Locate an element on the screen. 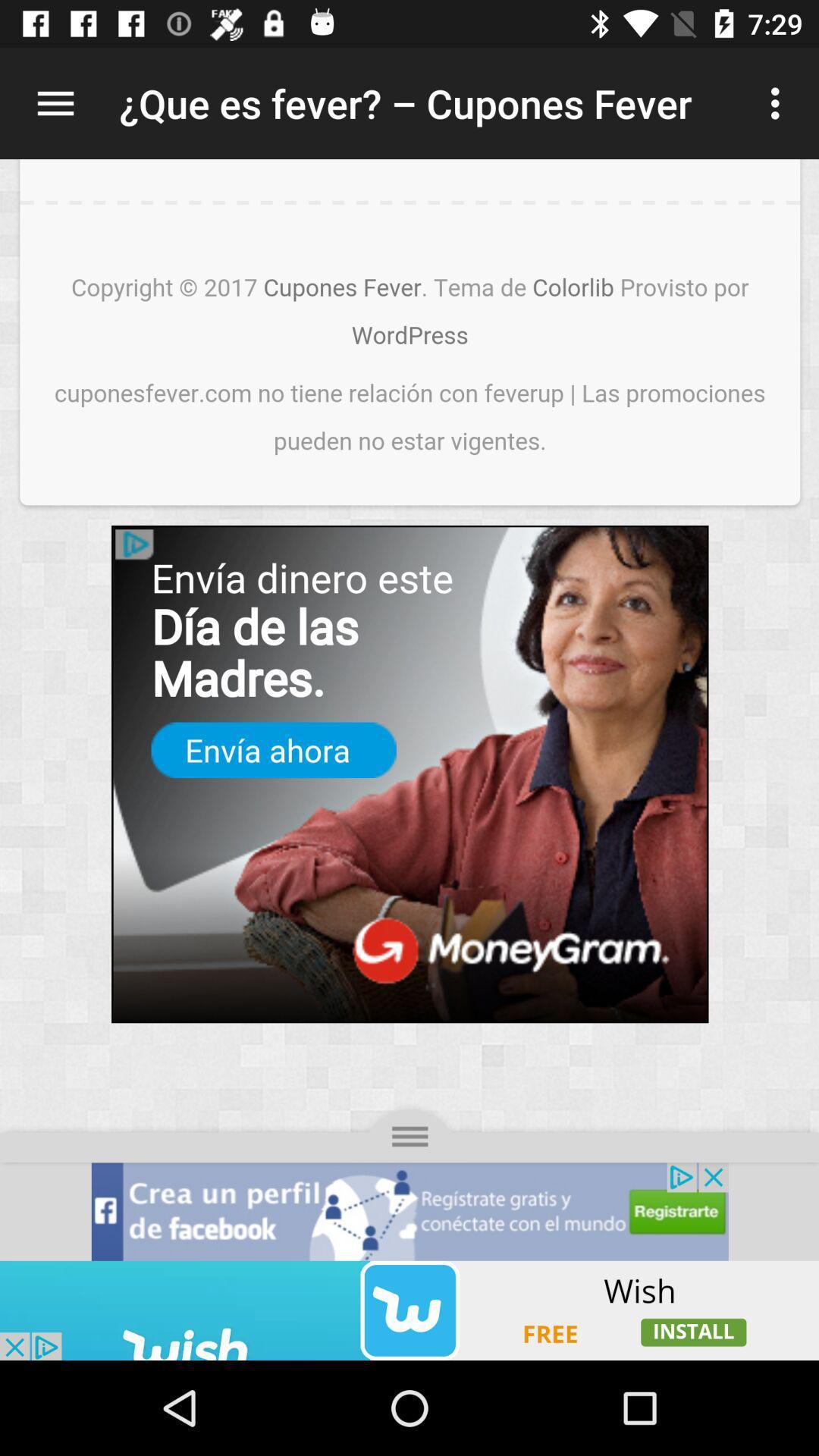 Image resolution: width=819 pixels, height=1456 pixels. advertisement is located at coordinates (409, 709).